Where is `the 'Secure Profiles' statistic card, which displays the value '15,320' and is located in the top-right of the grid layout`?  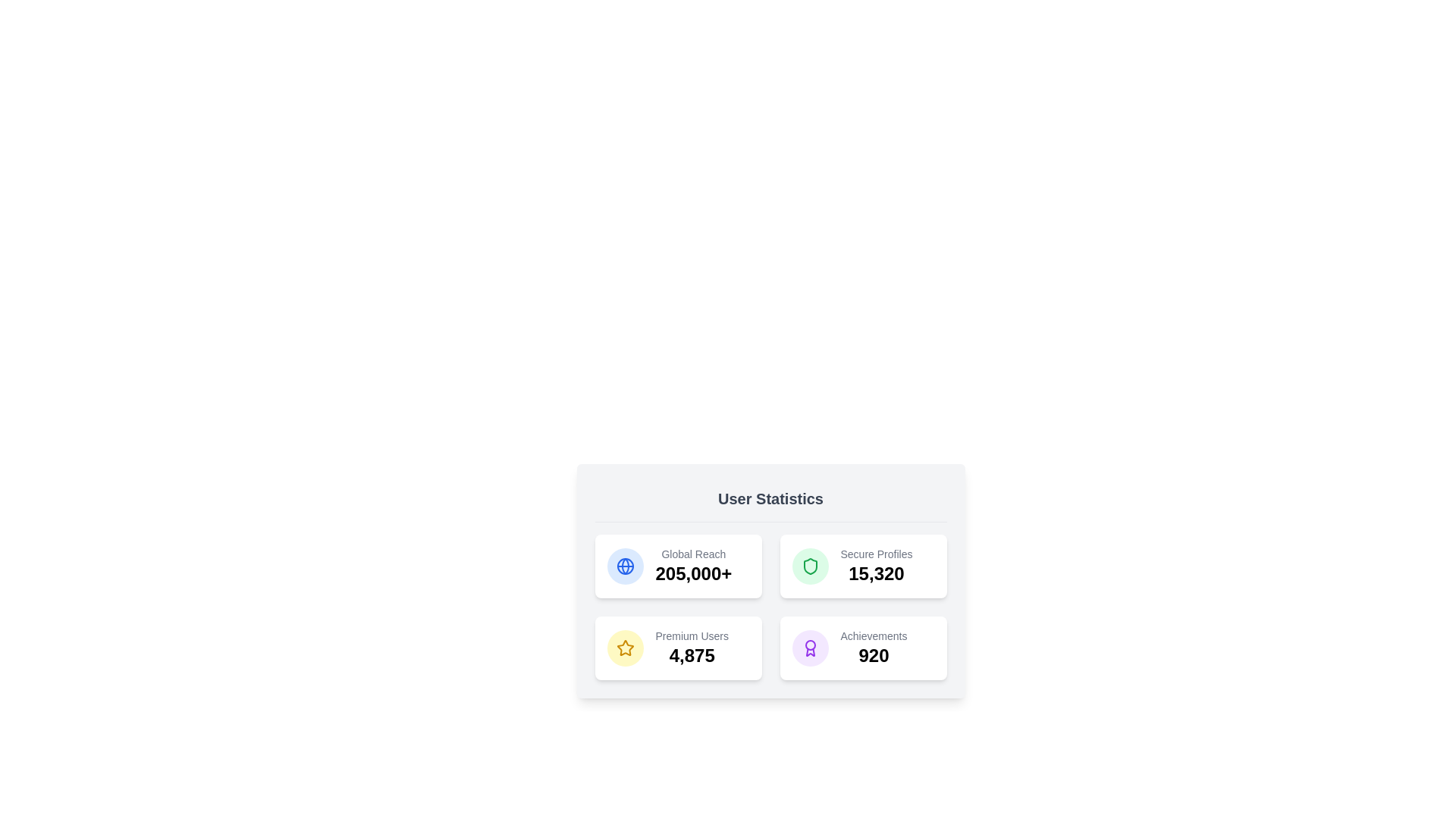 the 'Secure Profiles' statistic card, which displays the value '15,320' and is located in the top-right of the grid layout is located at coordinates (863, 566).